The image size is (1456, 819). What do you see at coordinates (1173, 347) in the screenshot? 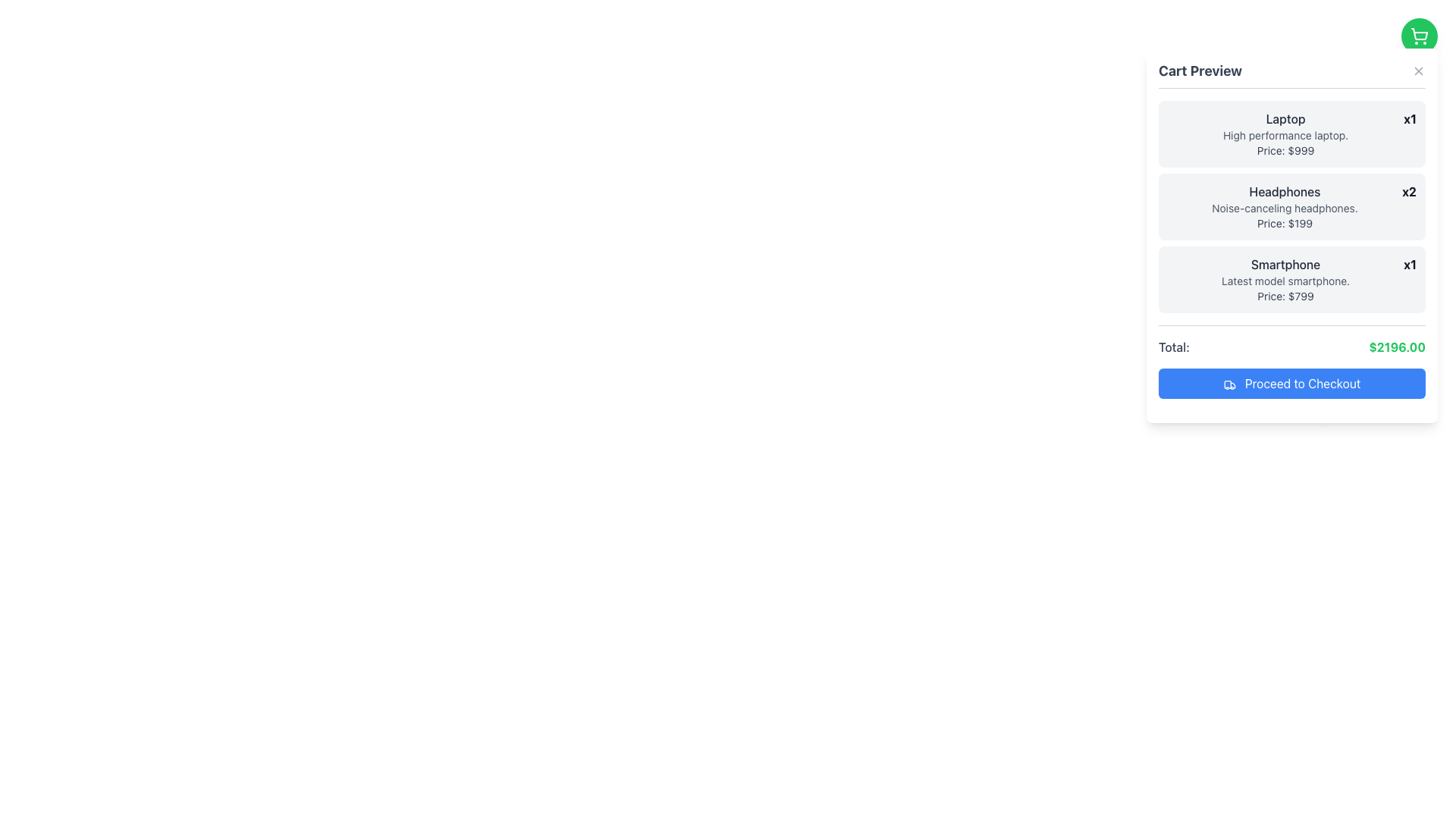
I see `the text label displaying 'Total:' in medium gray font, located at the bottom-left corner of the cart summary section` at bounding box center [1173, 347].